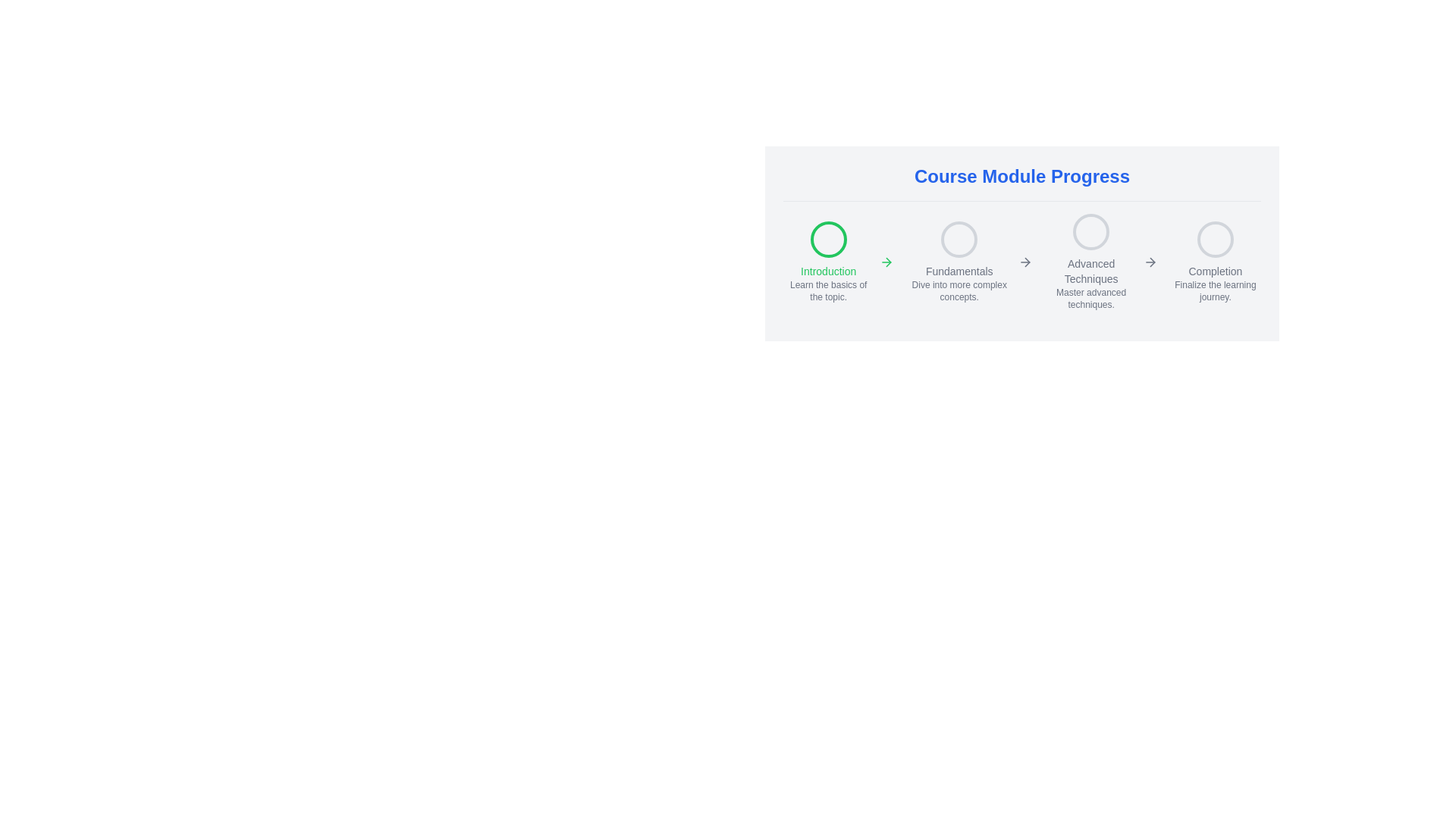  I want to click on the status represented by the visual indicator for the 'Introduction' module, which is located at the topmost position within the vertical layout group, so click(827, 239).